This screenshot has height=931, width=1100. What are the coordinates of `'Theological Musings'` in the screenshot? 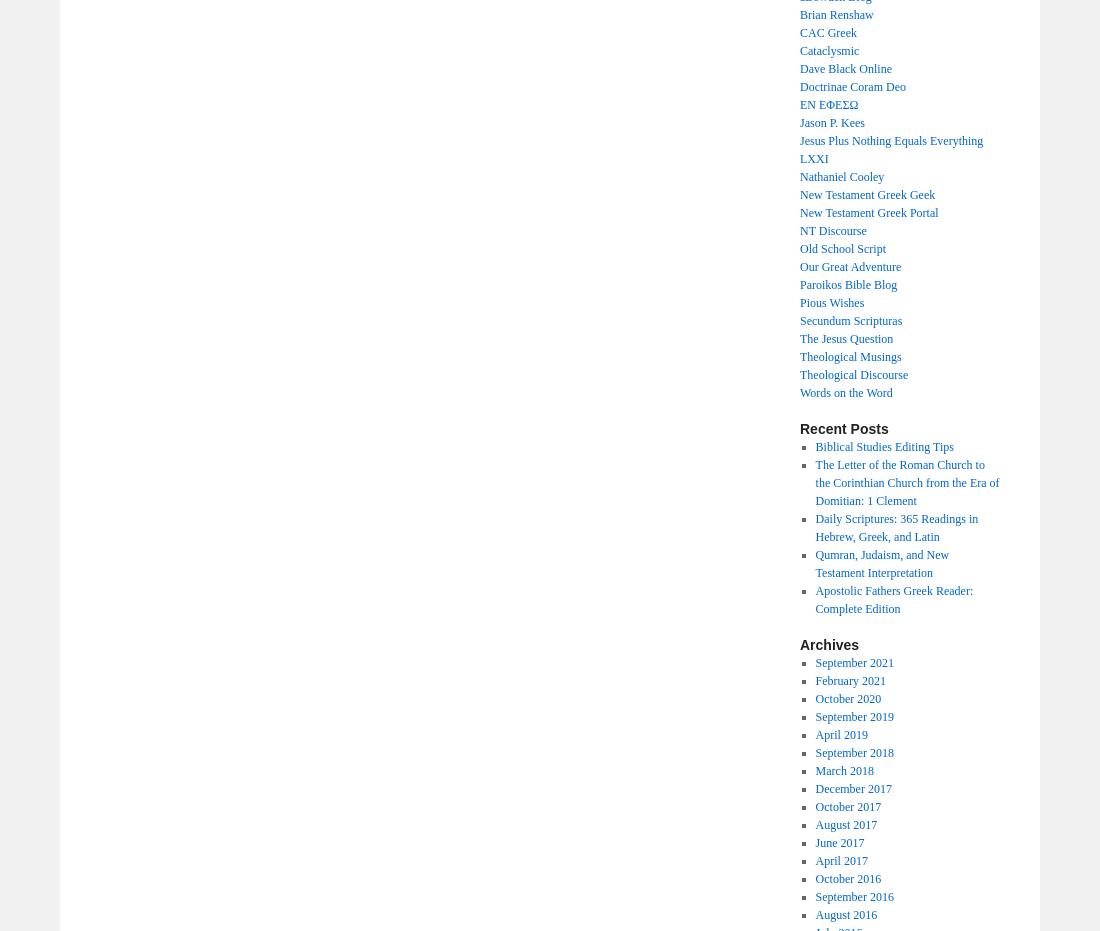 It's located at (800, 357).